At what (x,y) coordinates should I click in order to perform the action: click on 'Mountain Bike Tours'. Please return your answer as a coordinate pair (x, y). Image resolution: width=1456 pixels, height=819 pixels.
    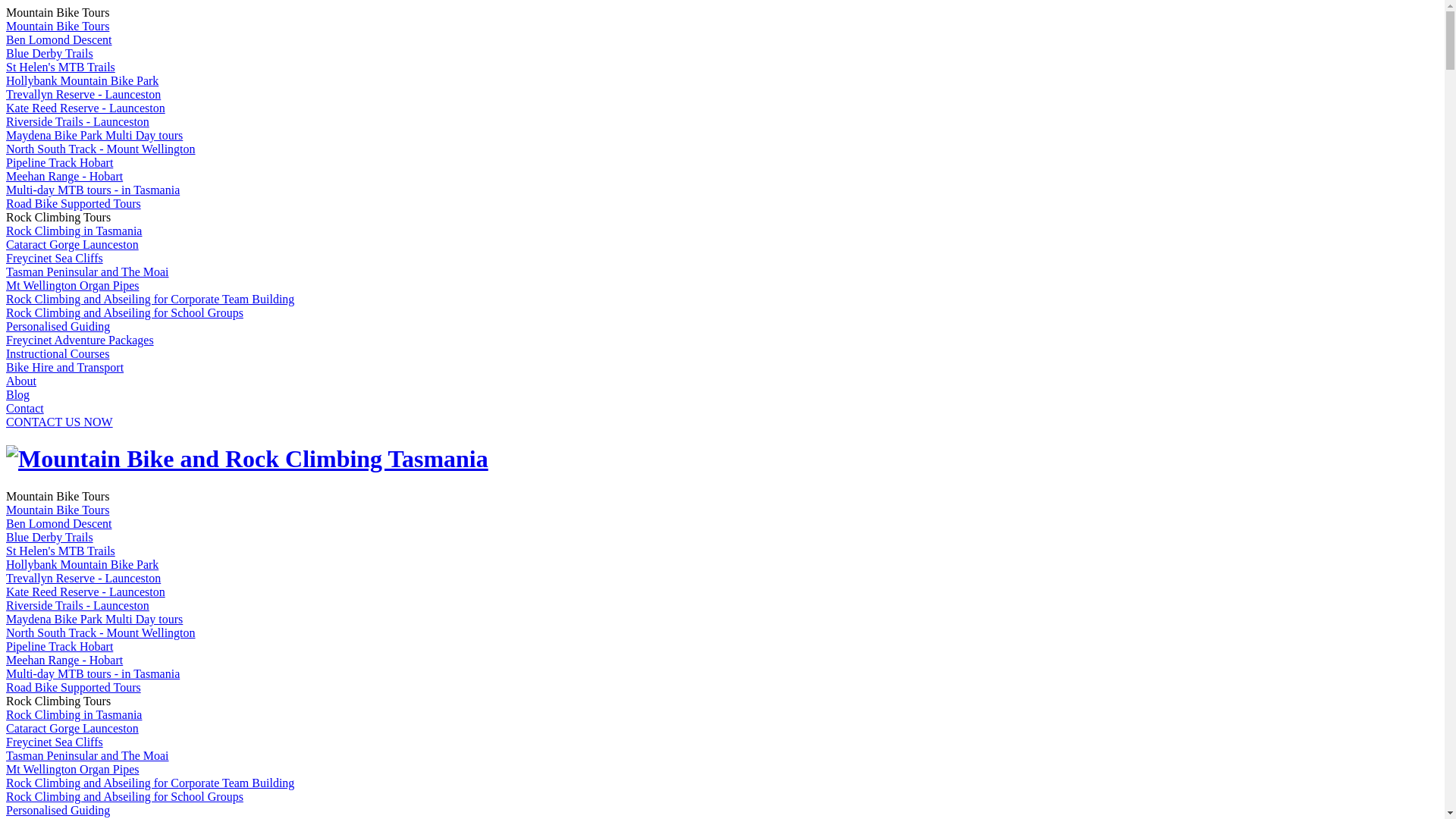
    Looking at the image, I should click on (58, 510).